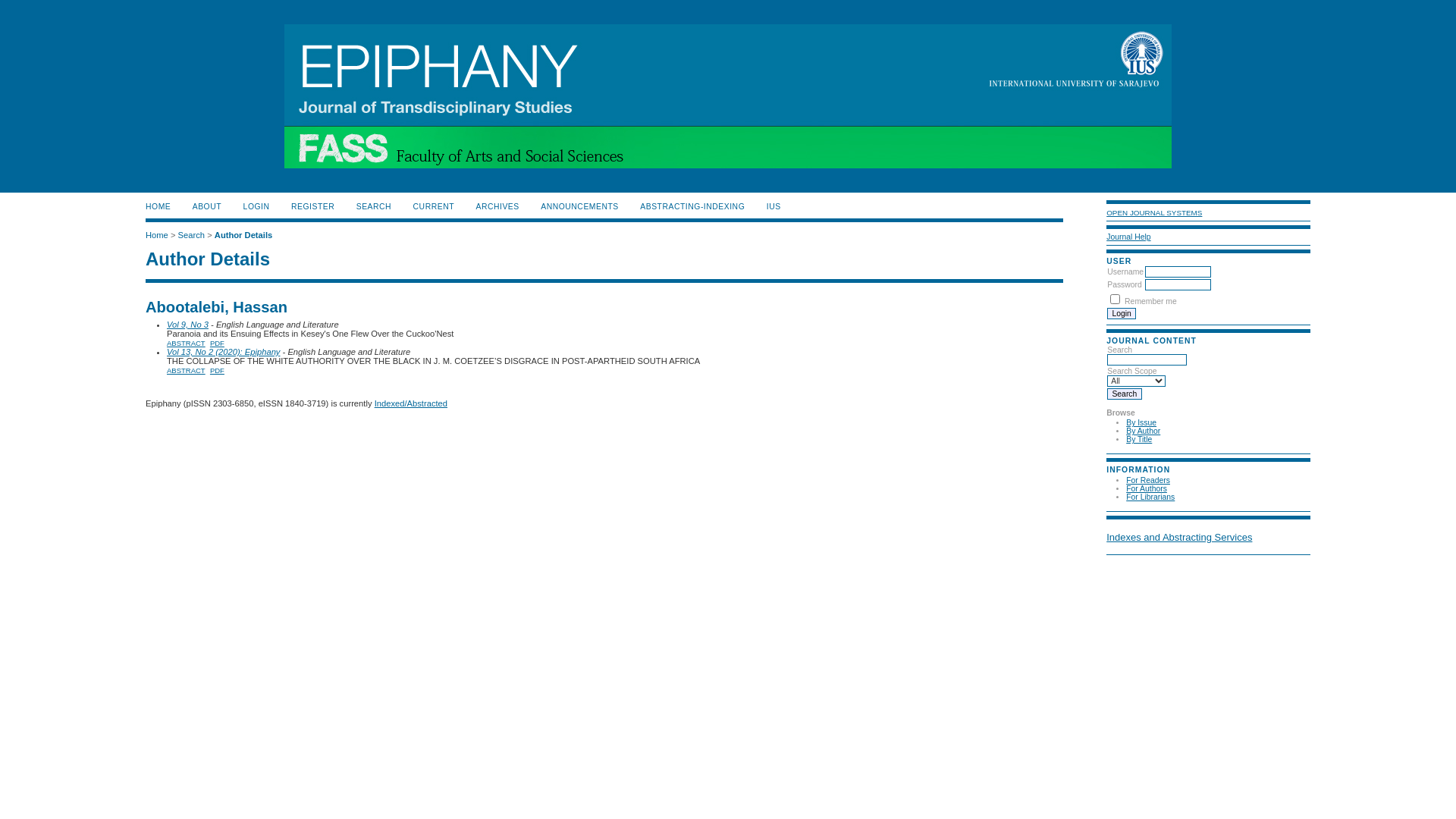 This screenshot has width=1456, height=819. What do you see at coordinates (1153, 212) in the screenshot?
I see `'OPEN JOURNAL SYSTEMS'` at bounding box center [1153, 212].